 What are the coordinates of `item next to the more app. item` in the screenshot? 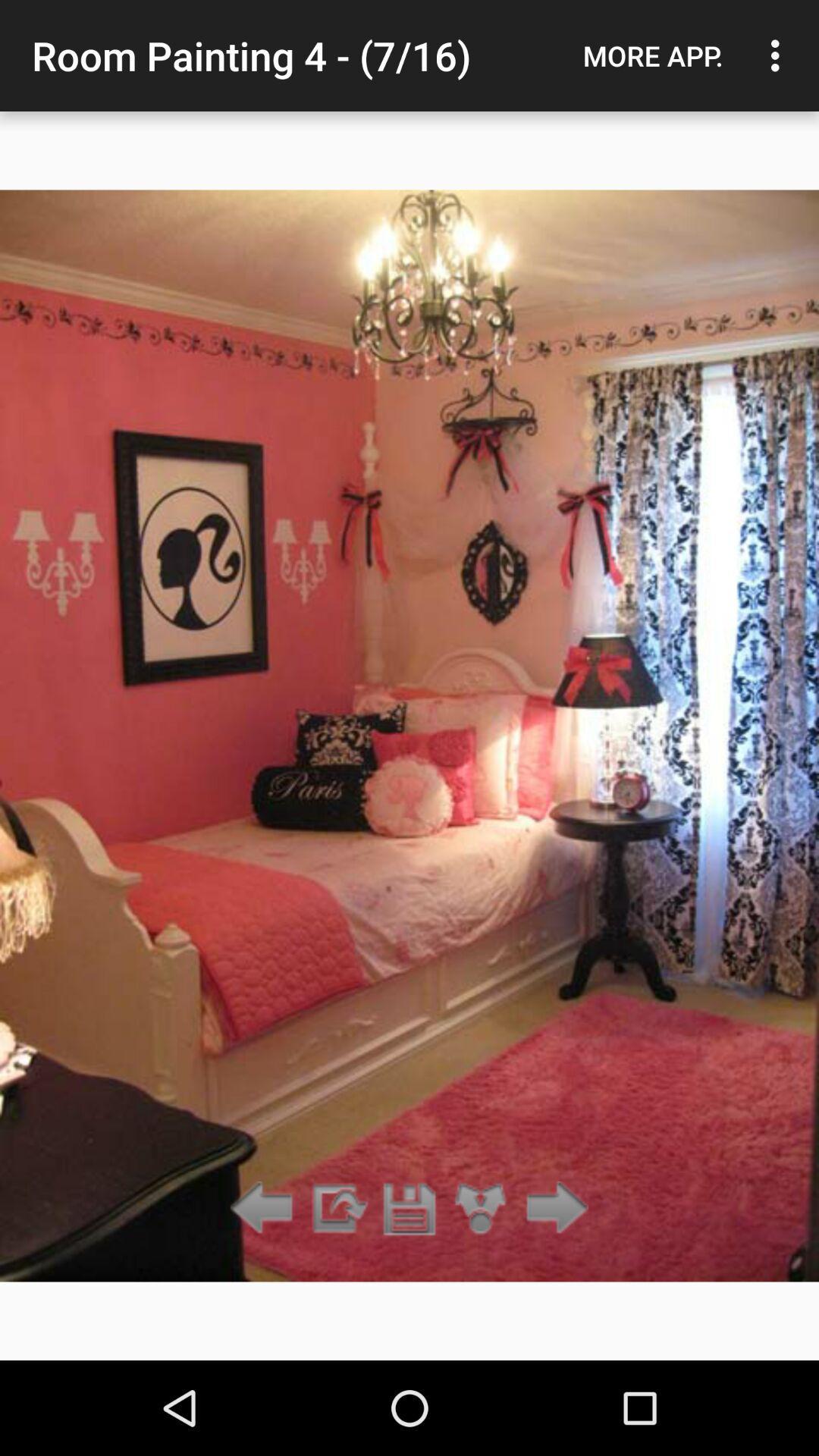 It's located at (779, 55).